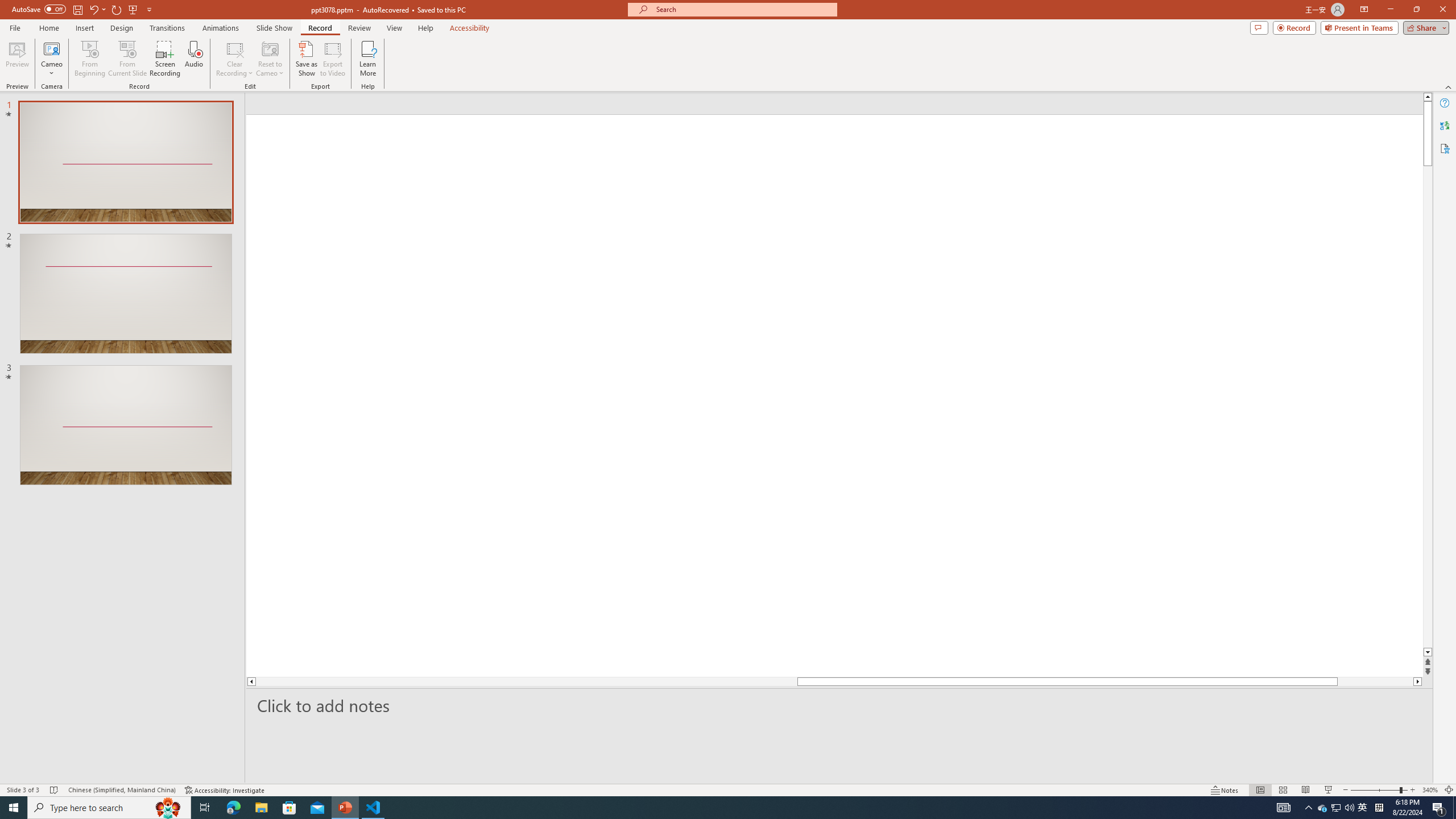 Image resolution: width=1456 pixels, height=819 pixels. What do you see at coordinates (368, 59) in the screenshot?
I see `'Learn More'` at bounding box center [368, 59].